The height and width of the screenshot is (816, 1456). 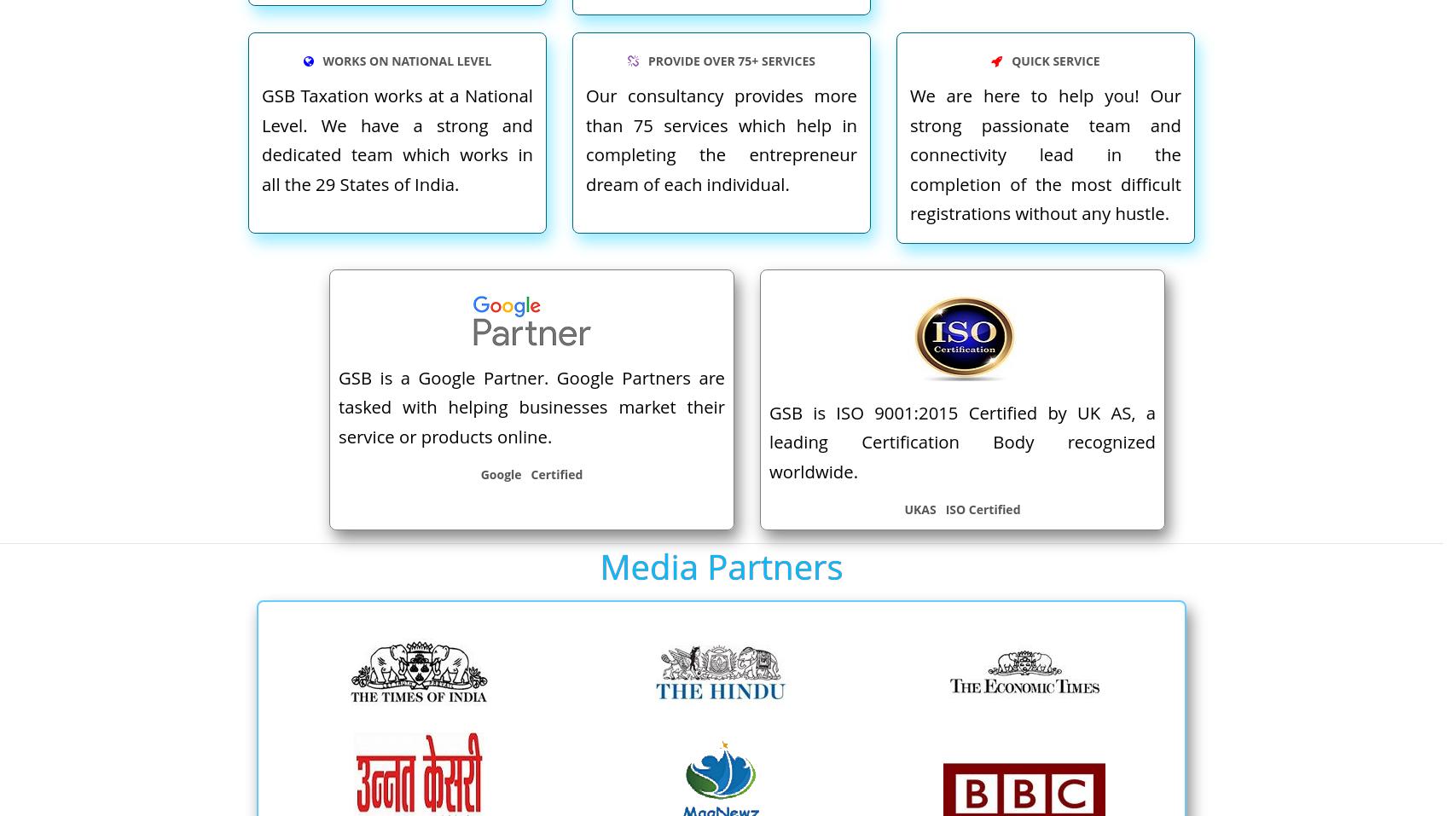 I want to click on 'Our consultancy provides more than 75 services which help in completing the entrepreneur dream of each individual.', so click(x=721, y=139).